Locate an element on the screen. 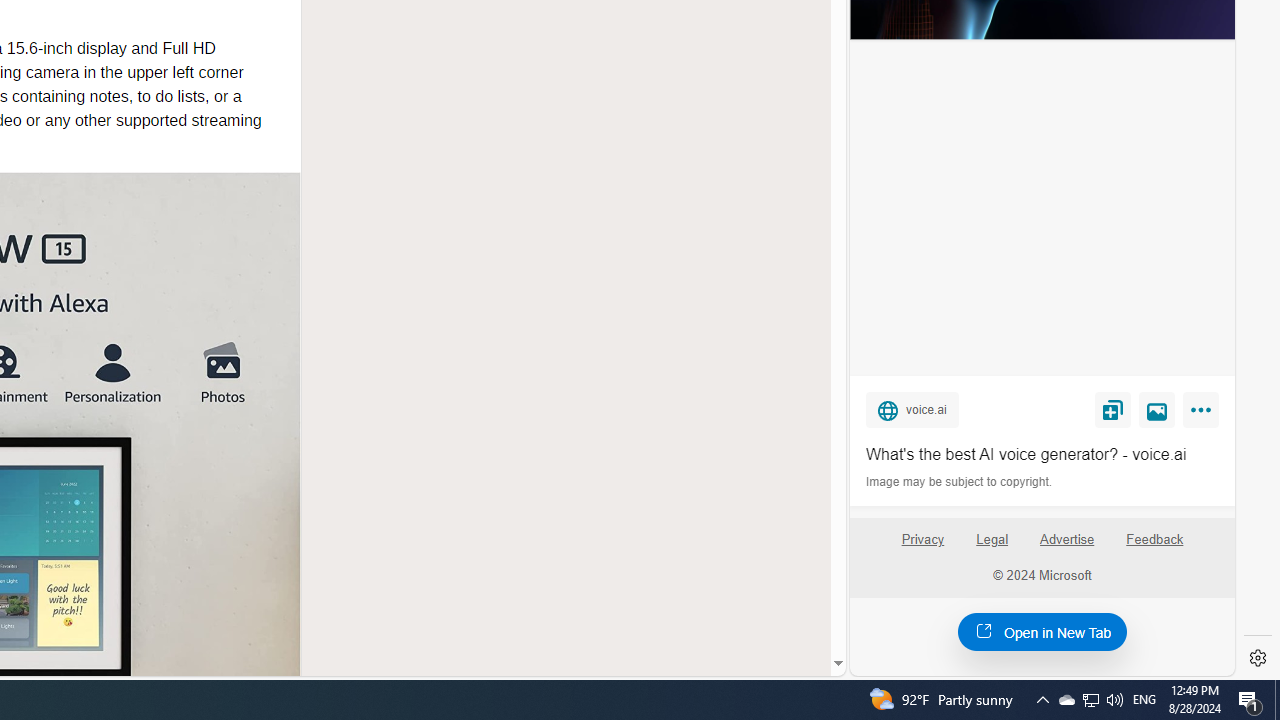  'Privacy' is located at coordinates (921, 547).